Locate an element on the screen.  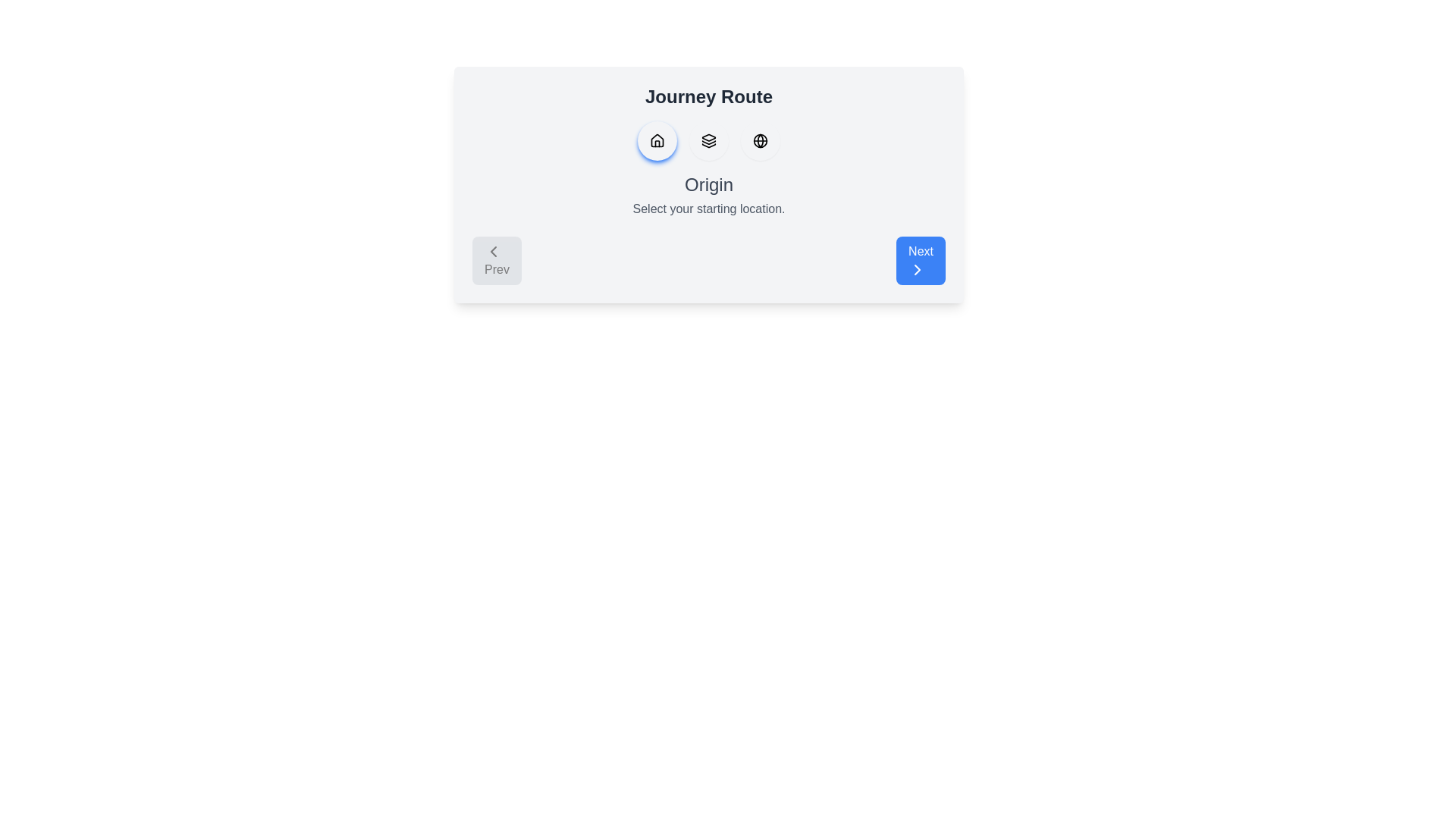
the house outline icon, which is the first icon on the left side of the group underneath the 'Journey Route' title, to choose the origin is located at coordinates (657, 140).